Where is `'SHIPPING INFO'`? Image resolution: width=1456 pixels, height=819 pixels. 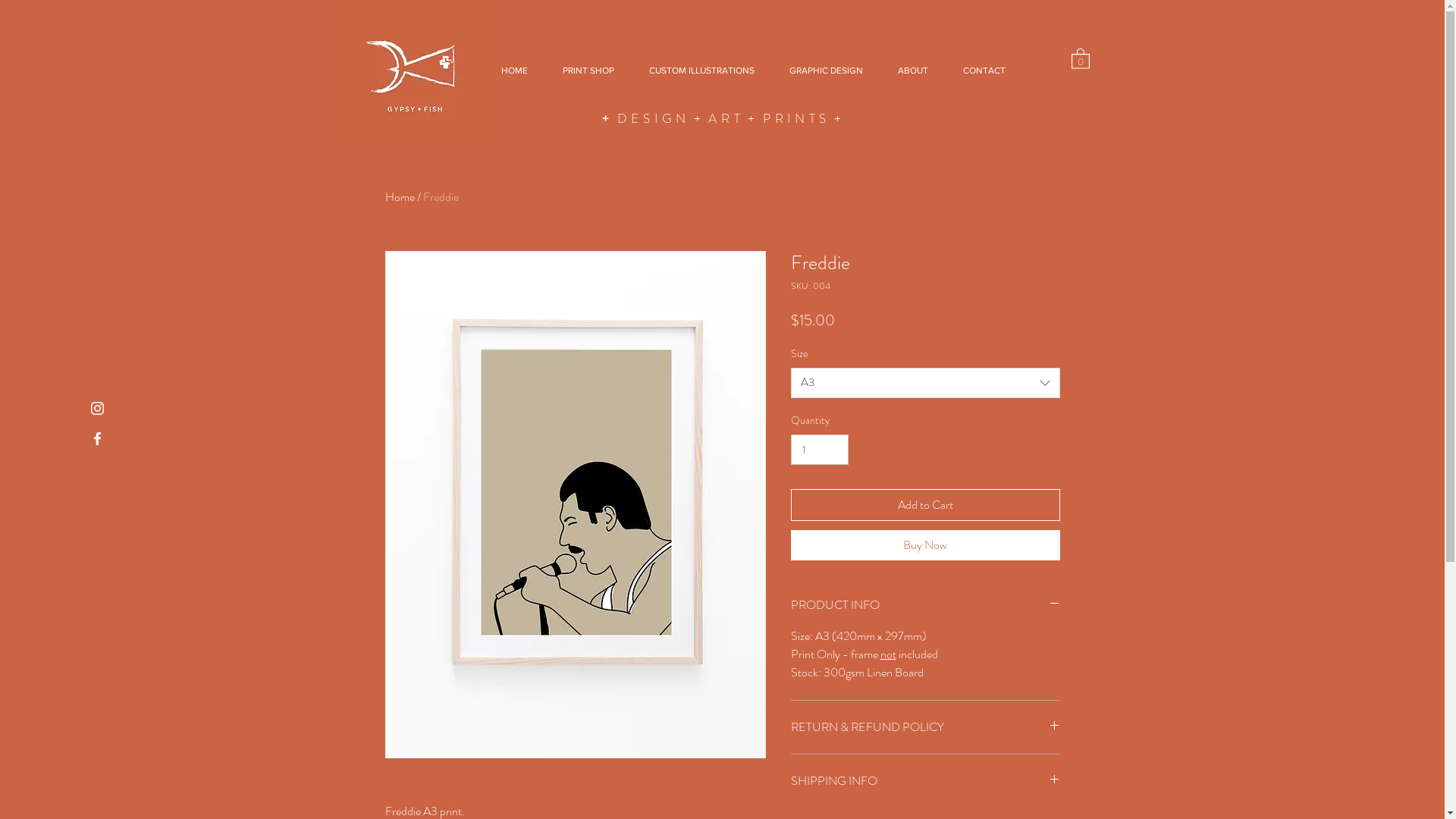 'SHIPPING INFO' is located at coordinates (924, 780).